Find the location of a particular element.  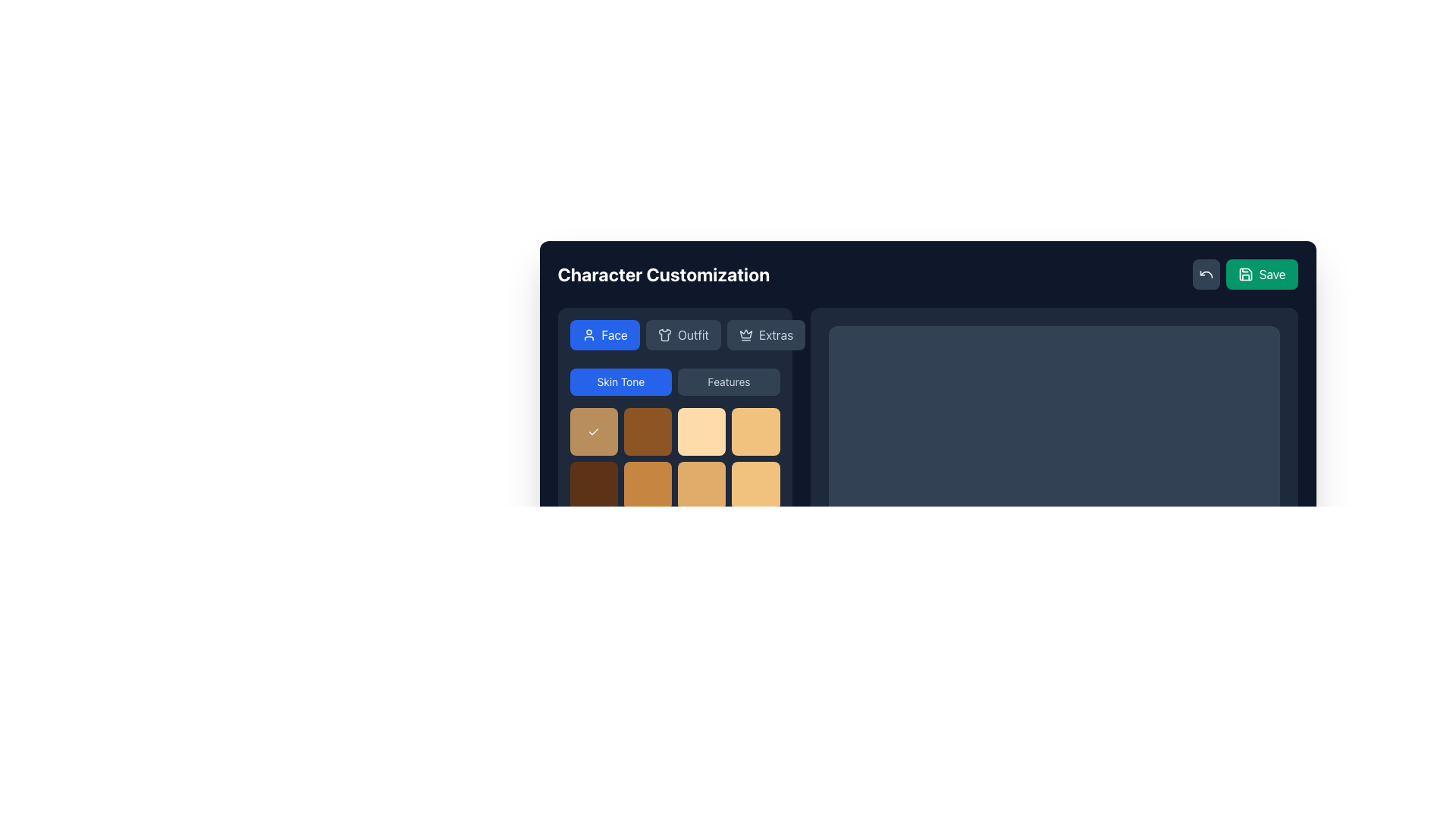

the 'Face' button in the character customization interface is located at coordinates (604, 334).